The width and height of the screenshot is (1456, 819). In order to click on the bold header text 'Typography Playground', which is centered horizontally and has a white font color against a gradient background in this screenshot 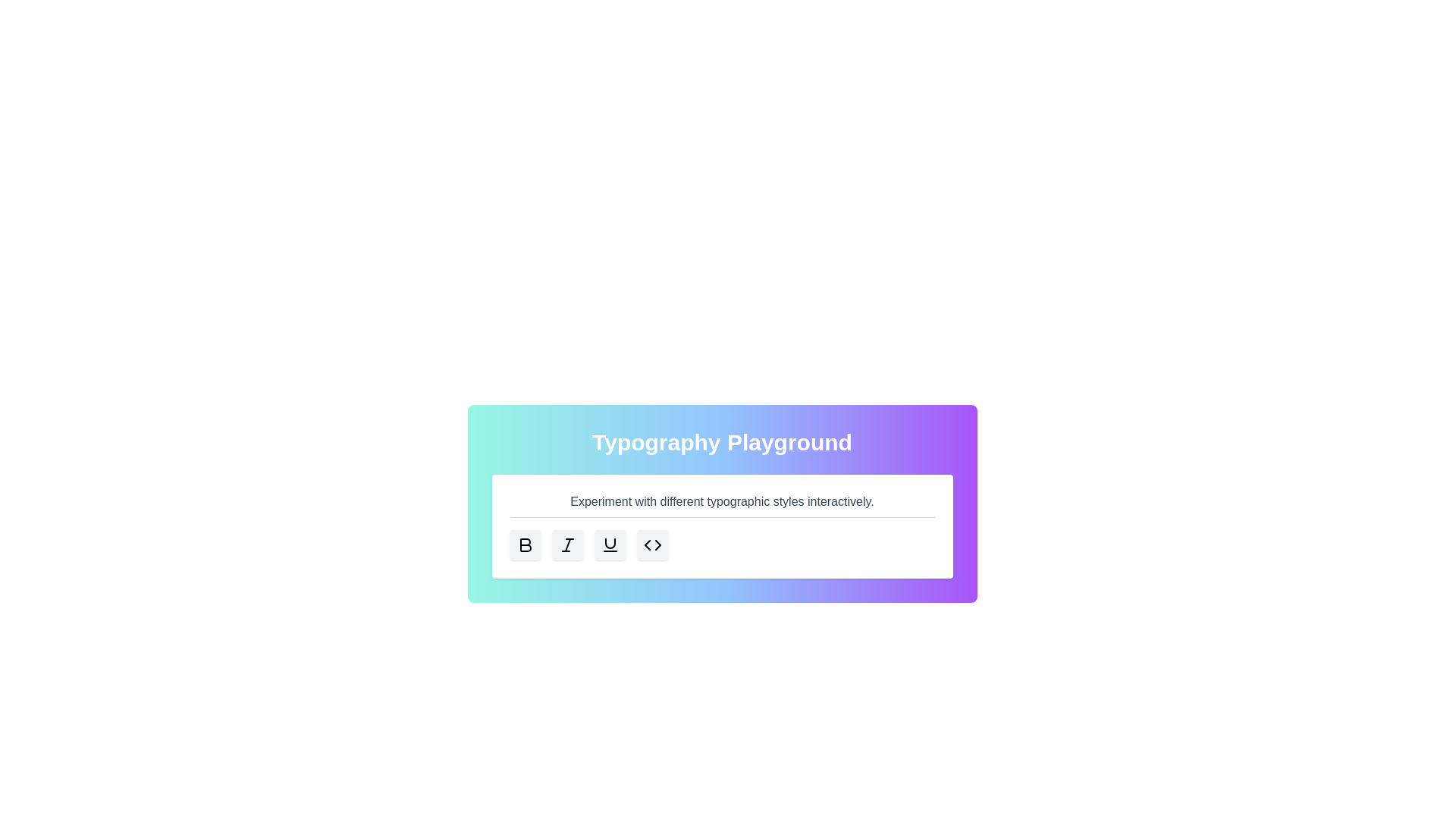, I will do `click(721, 442)`.